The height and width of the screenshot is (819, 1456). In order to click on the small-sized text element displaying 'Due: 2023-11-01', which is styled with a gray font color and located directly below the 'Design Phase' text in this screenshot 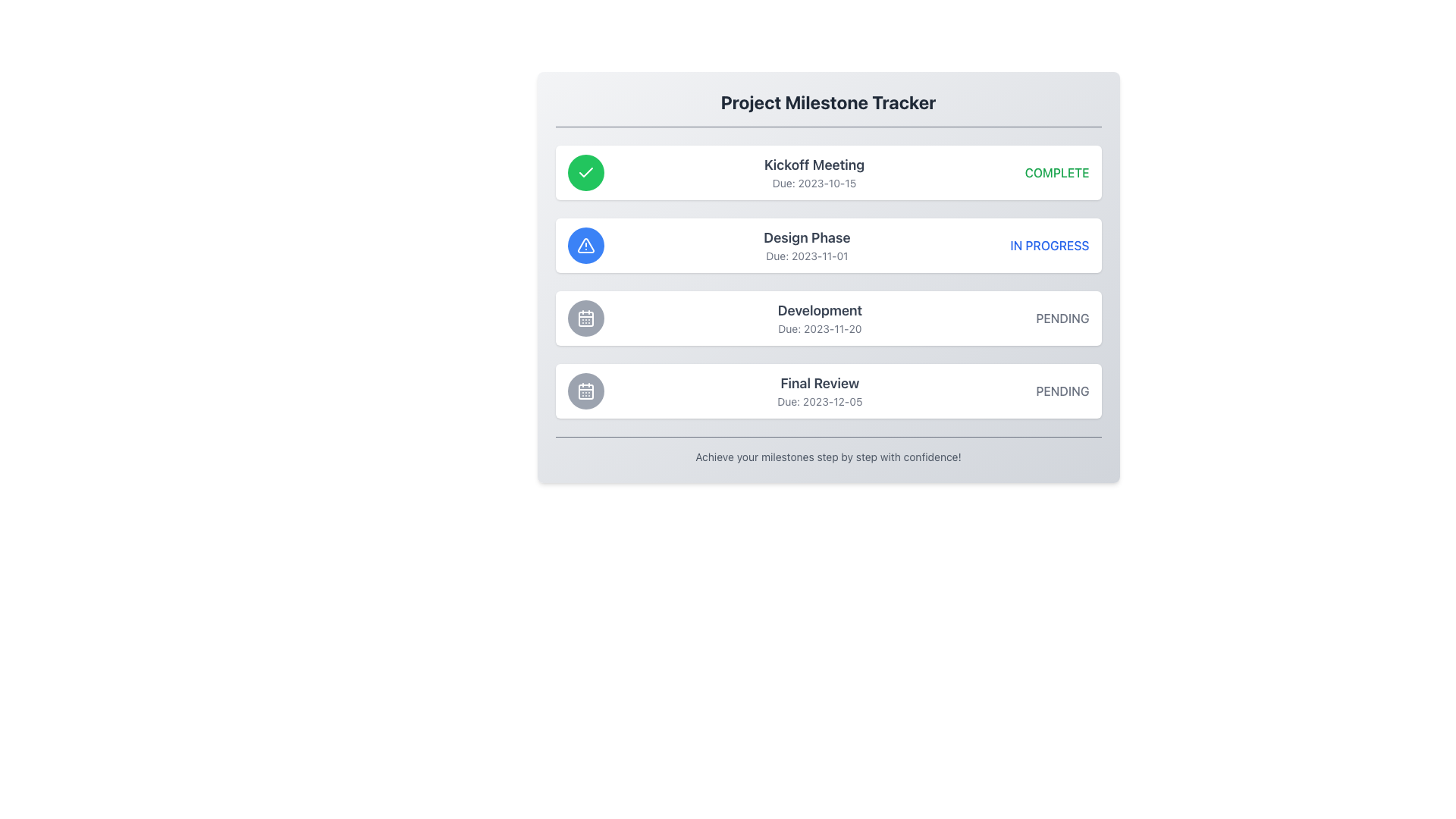, I will do `click(806, 256)`.